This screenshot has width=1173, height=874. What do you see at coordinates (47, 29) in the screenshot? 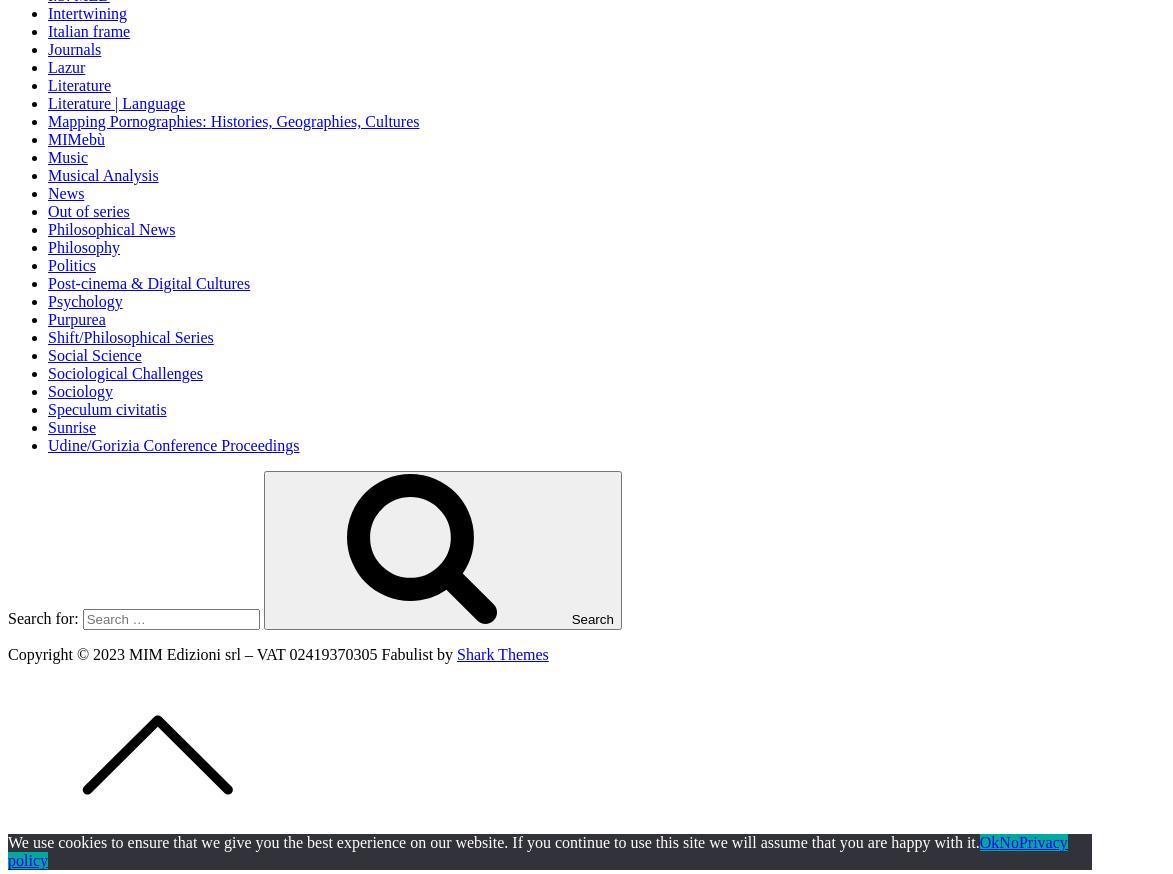
I see `'Italian frame'` at bounding box center [47, 29].